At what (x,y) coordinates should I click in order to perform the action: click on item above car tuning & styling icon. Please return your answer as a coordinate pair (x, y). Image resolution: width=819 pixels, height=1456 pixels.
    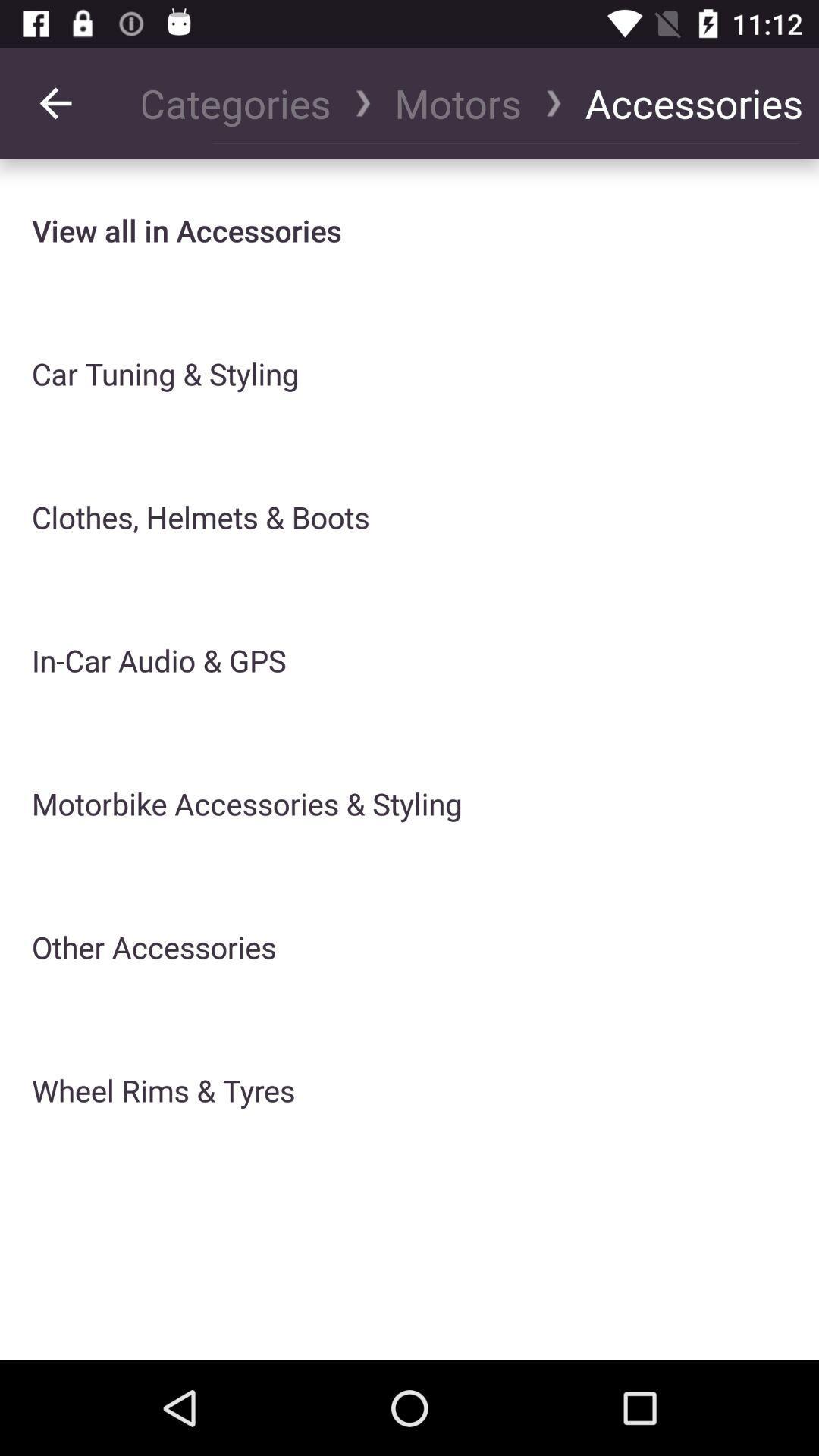
    Looking at the image, I should click on (186, 230).